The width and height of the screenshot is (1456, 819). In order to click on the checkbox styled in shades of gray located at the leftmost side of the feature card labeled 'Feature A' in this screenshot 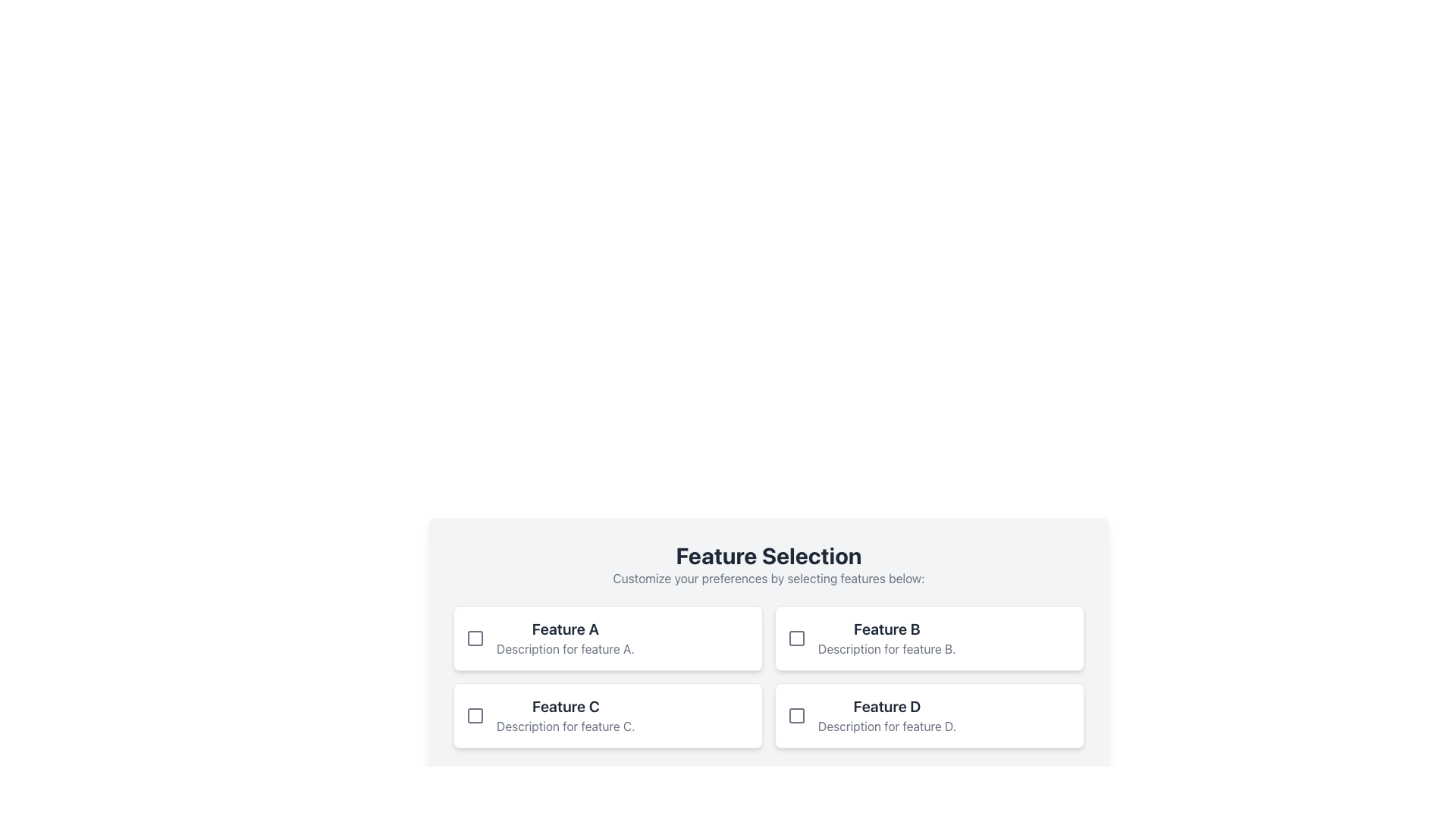, I will do `click(475, 638)`.